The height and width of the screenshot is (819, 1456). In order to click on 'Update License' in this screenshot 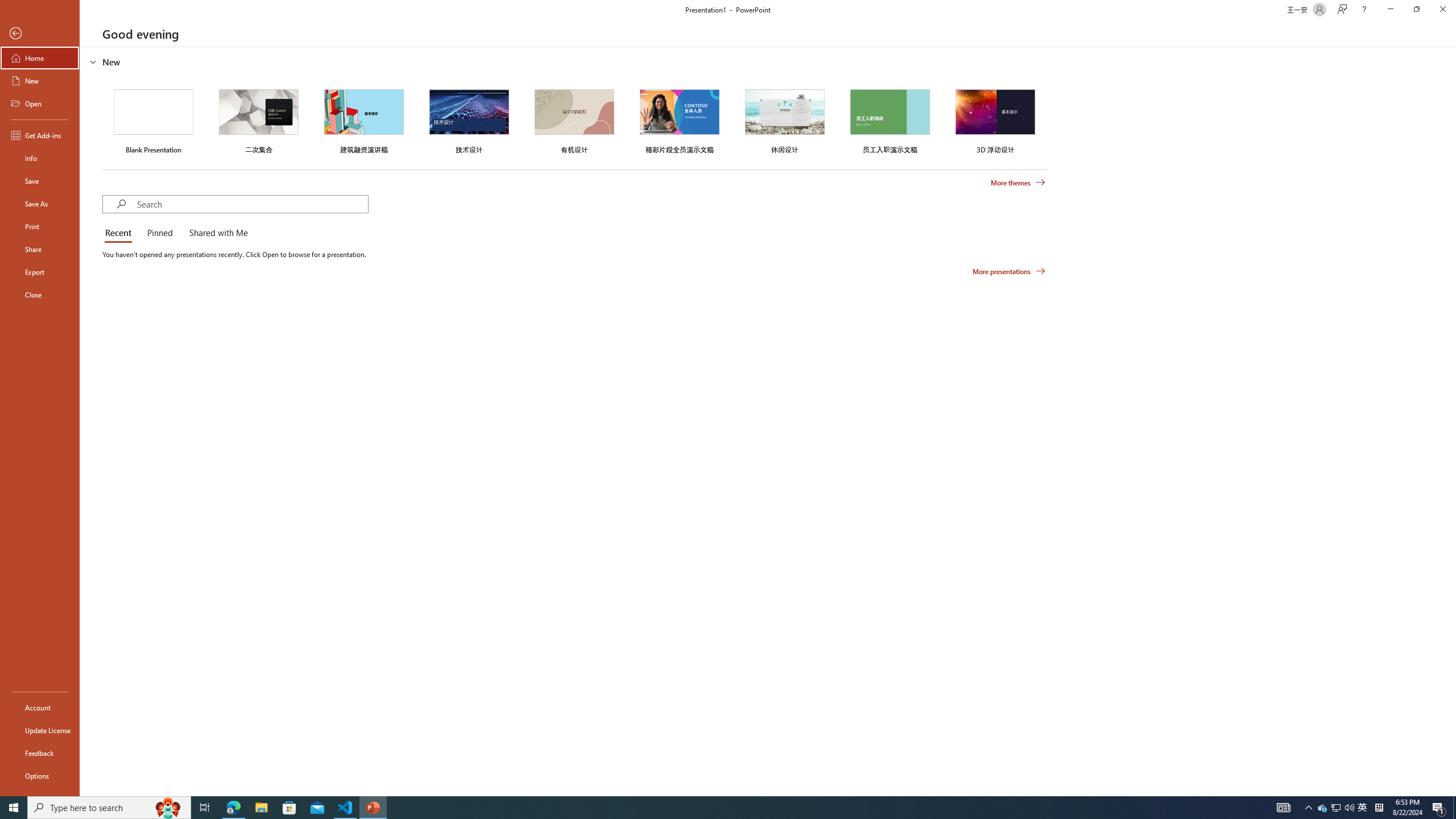, I will do `click(39, 730)`.